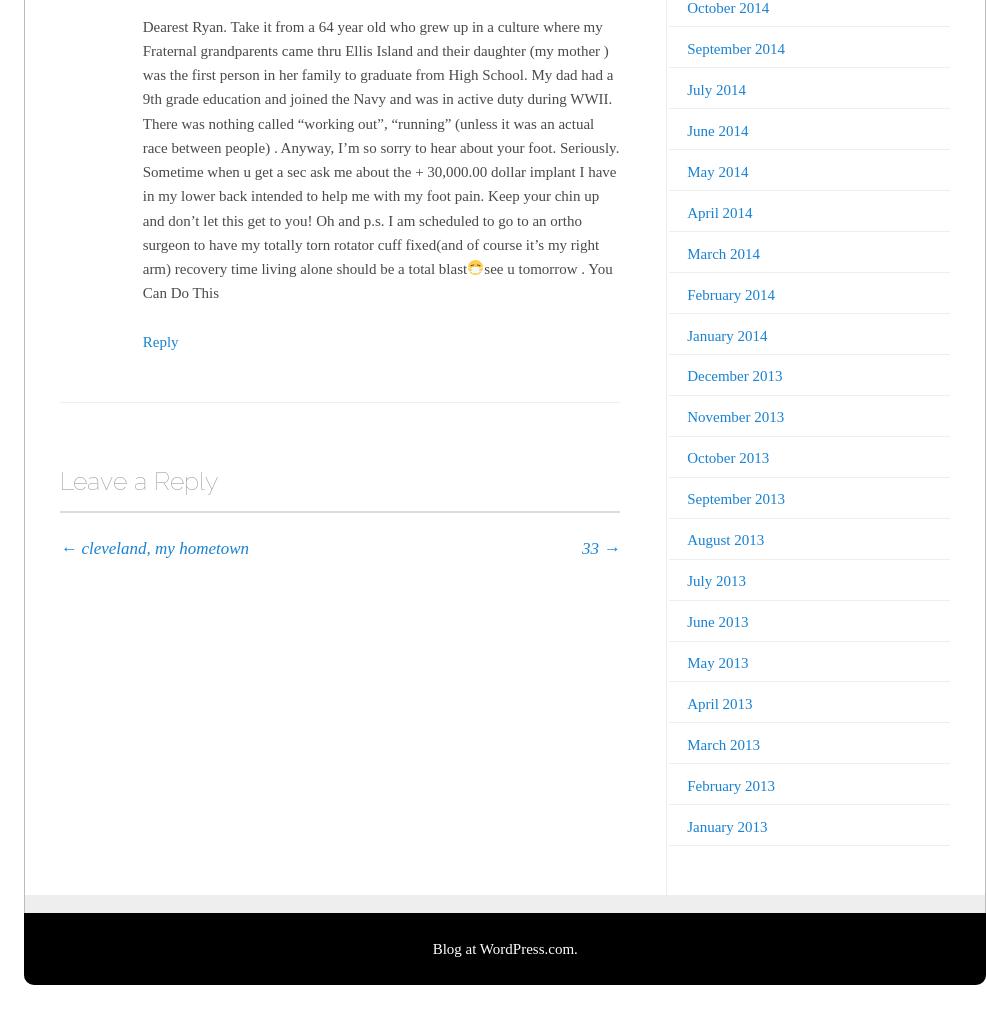 Image resolution: width=986 pixels, height=1010 pixels. What do you see at coordinates (718, 702) in the screenshot?
I see `'April 2013'` at bounding box center [718, 702].